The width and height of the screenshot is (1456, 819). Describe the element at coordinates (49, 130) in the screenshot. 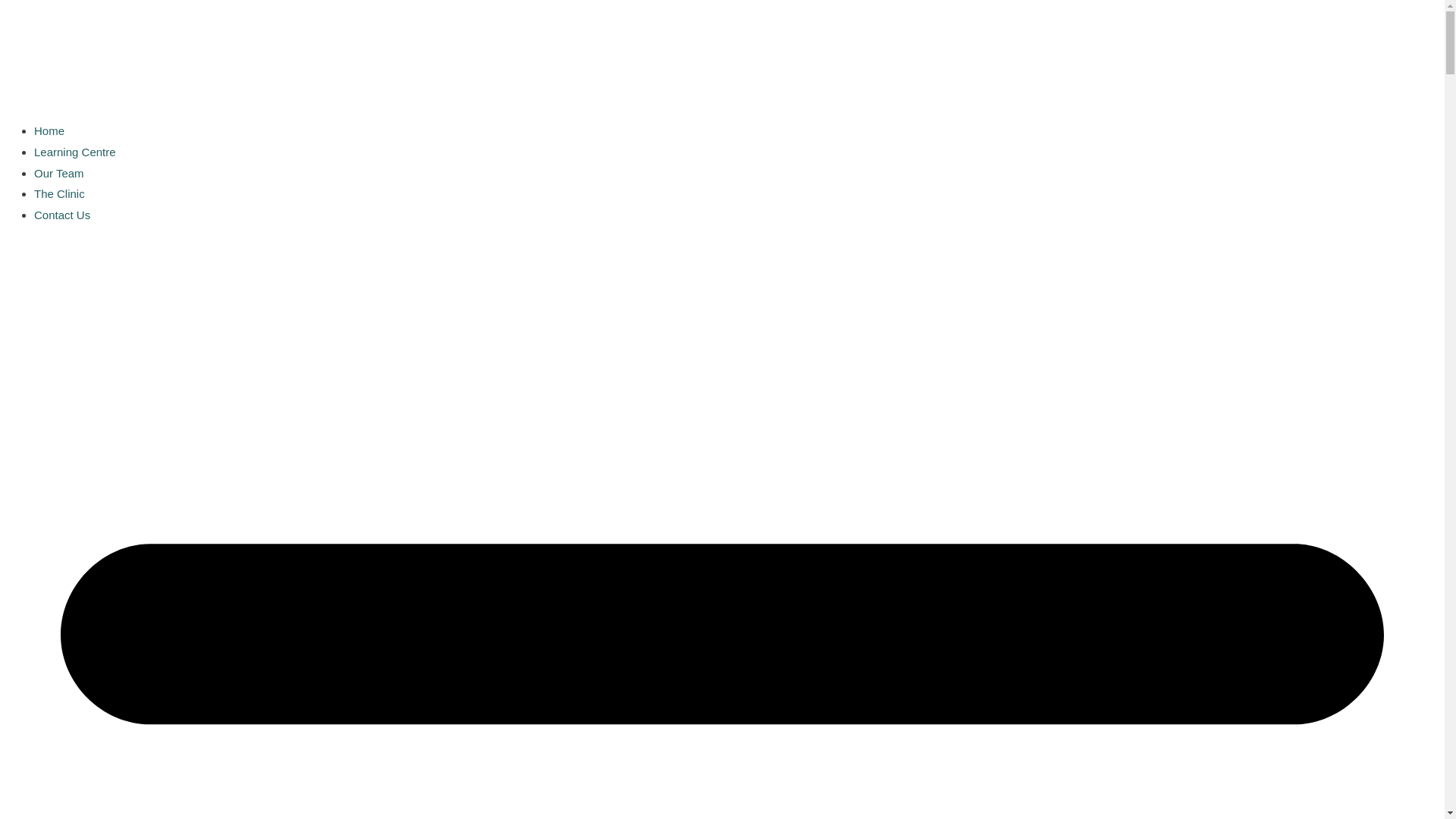

I see `'Home'` at that location.